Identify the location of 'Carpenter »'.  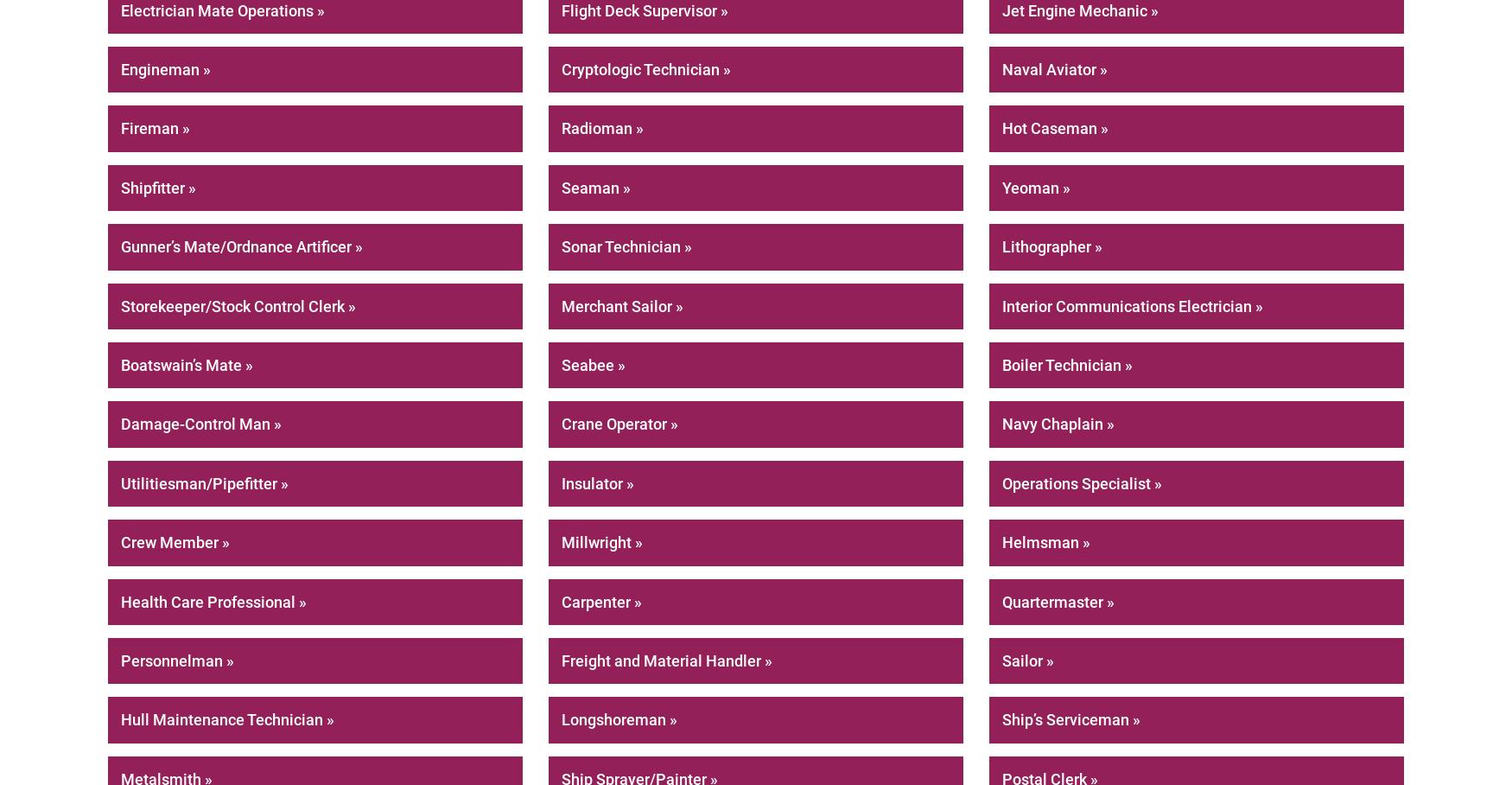
(601, 600).